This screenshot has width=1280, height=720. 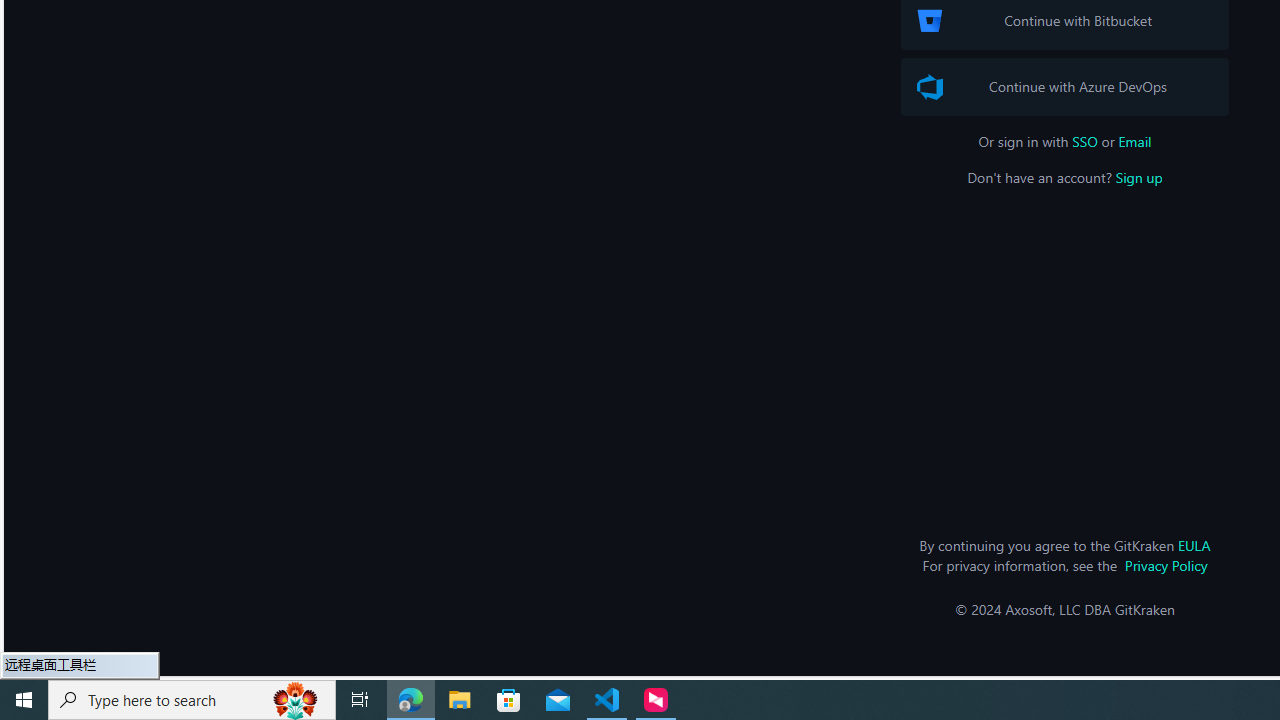 What do you see at coordinates (928, 20) in the screenshot?
I see `'Bitbucket Logo'` at bounding box center [928, 20].